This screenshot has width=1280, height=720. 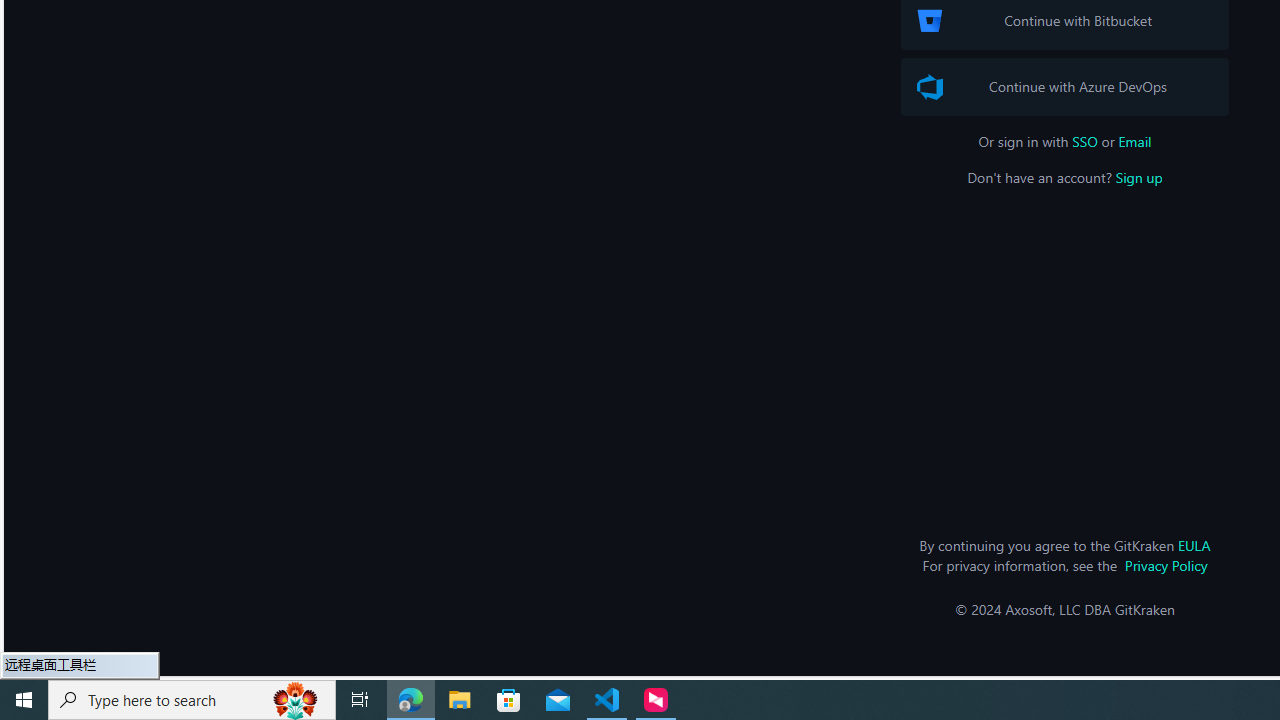 What do you see at coordinates (928, 20) in the screenshot?
I see `'Bitbucket Logo'` at bounding box center [928, 20].